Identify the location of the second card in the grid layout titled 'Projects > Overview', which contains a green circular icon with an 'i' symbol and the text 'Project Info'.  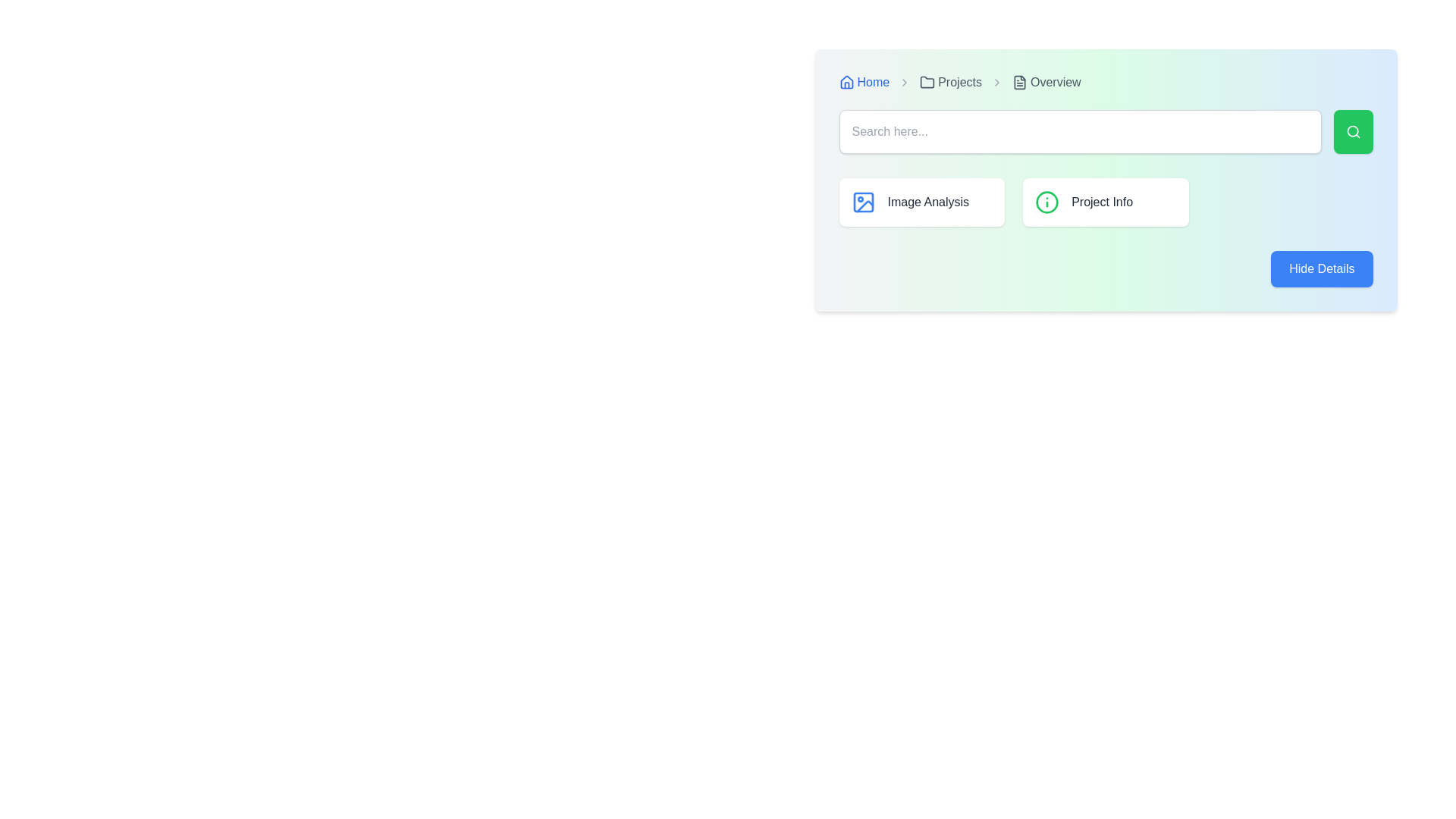
(1106, 201).